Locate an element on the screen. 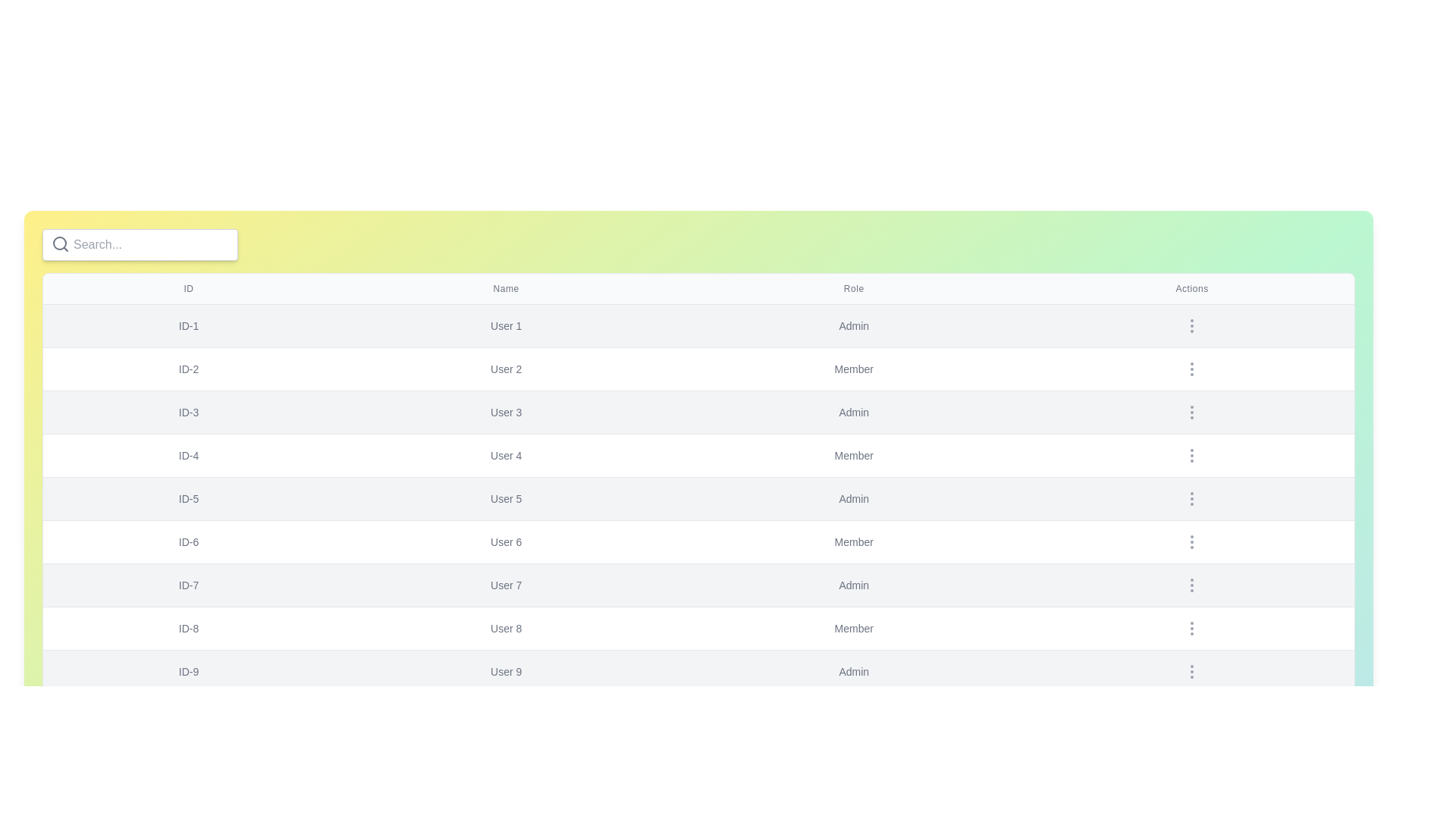 The height and width of the screenshot is (819, 1456). the table header ID to sort the table is located at coordinates (188, 289).